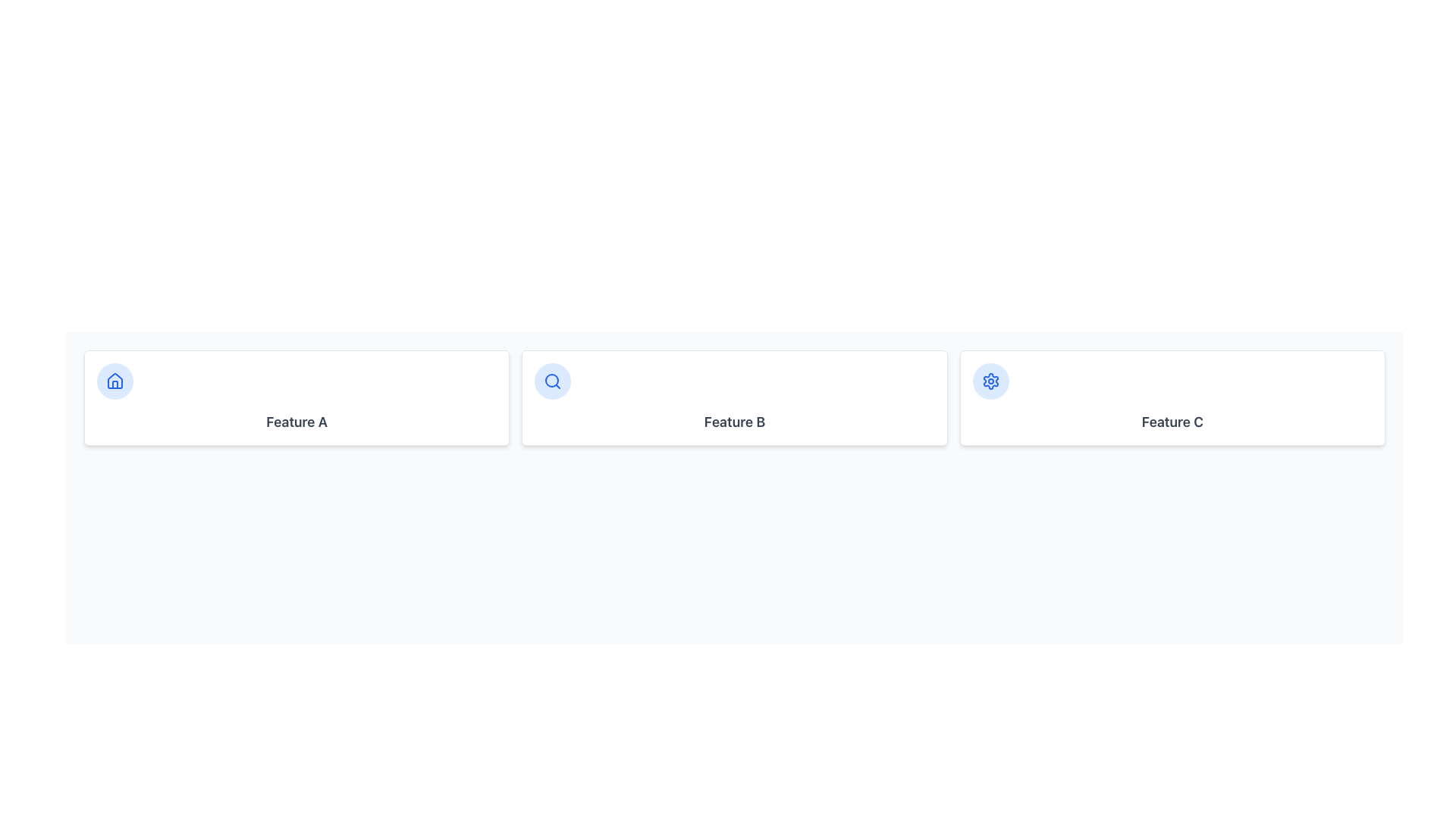 This screenshot has width=1456, height=819. What do you see at coordinates (1172, 422) in the screenshot?
I see `the text label located at the bottom right of the last card, which displays the title for the associated feature and is surrounded by a circular blue background` at bounding box center [1172, 422].